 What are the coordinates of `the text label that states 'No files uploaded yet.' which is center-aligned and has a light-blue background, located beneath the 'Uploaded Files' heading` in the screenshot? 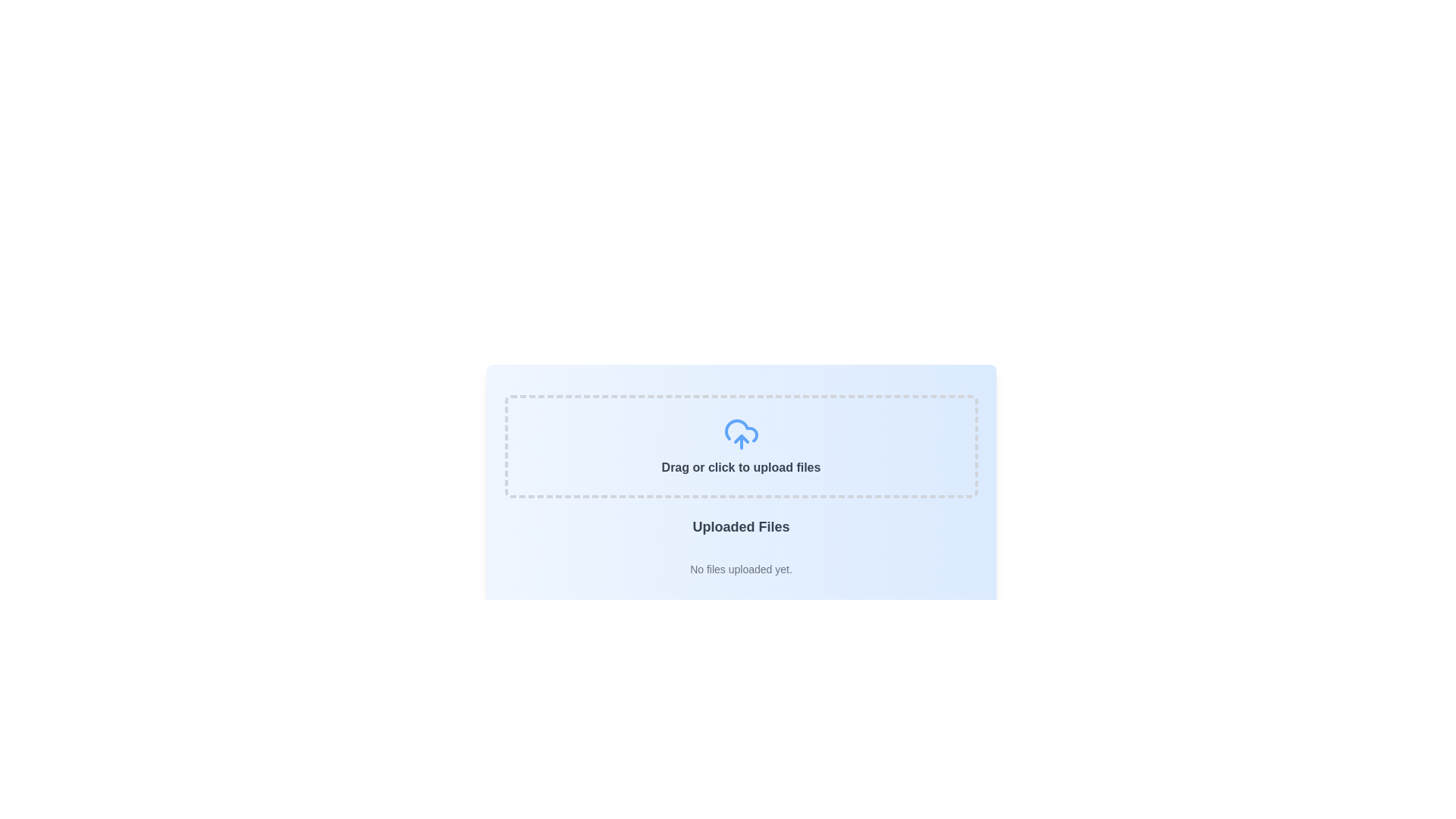 It's located at (741, 570).